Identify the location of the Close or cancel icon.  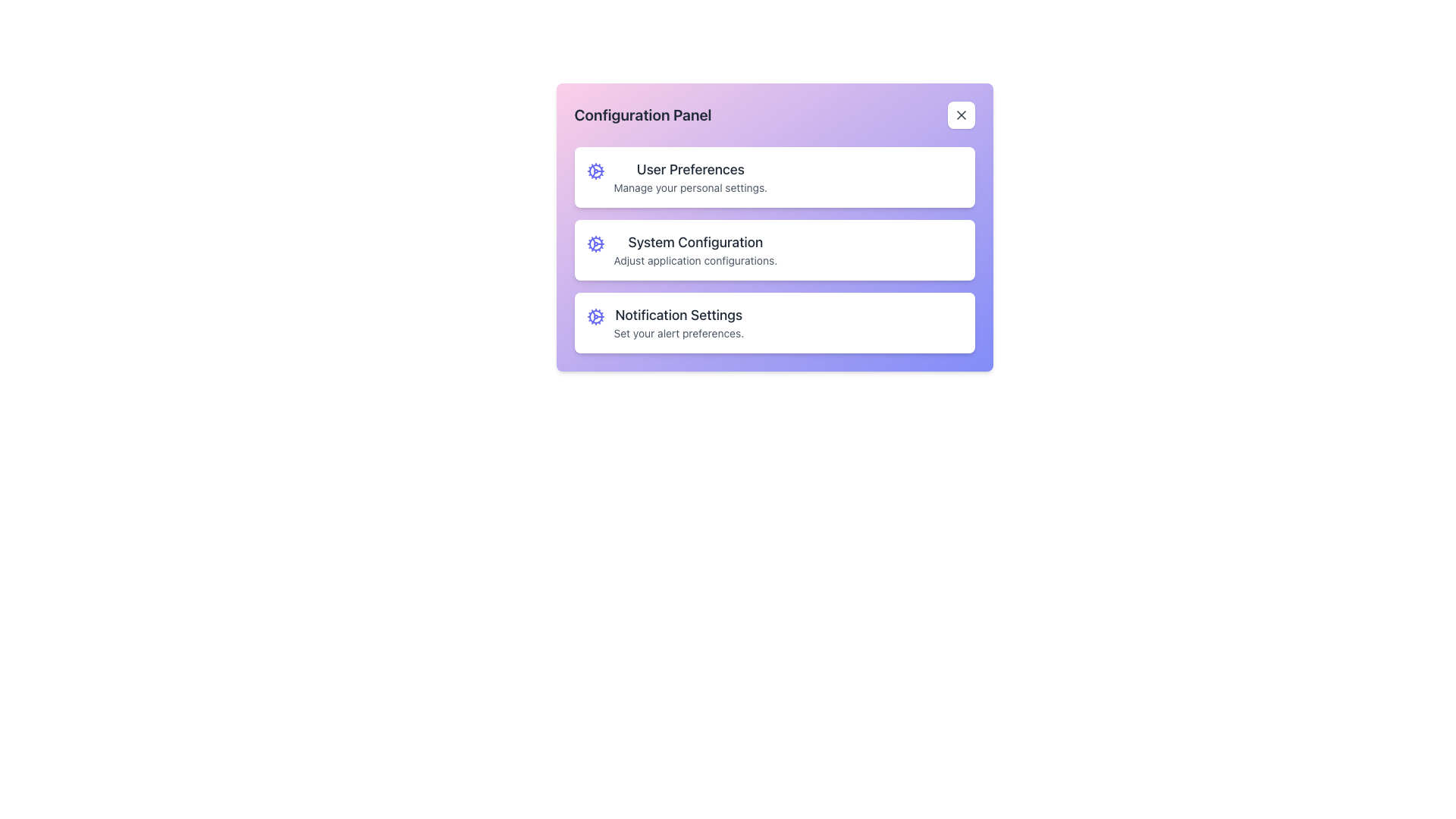
(960, 114).